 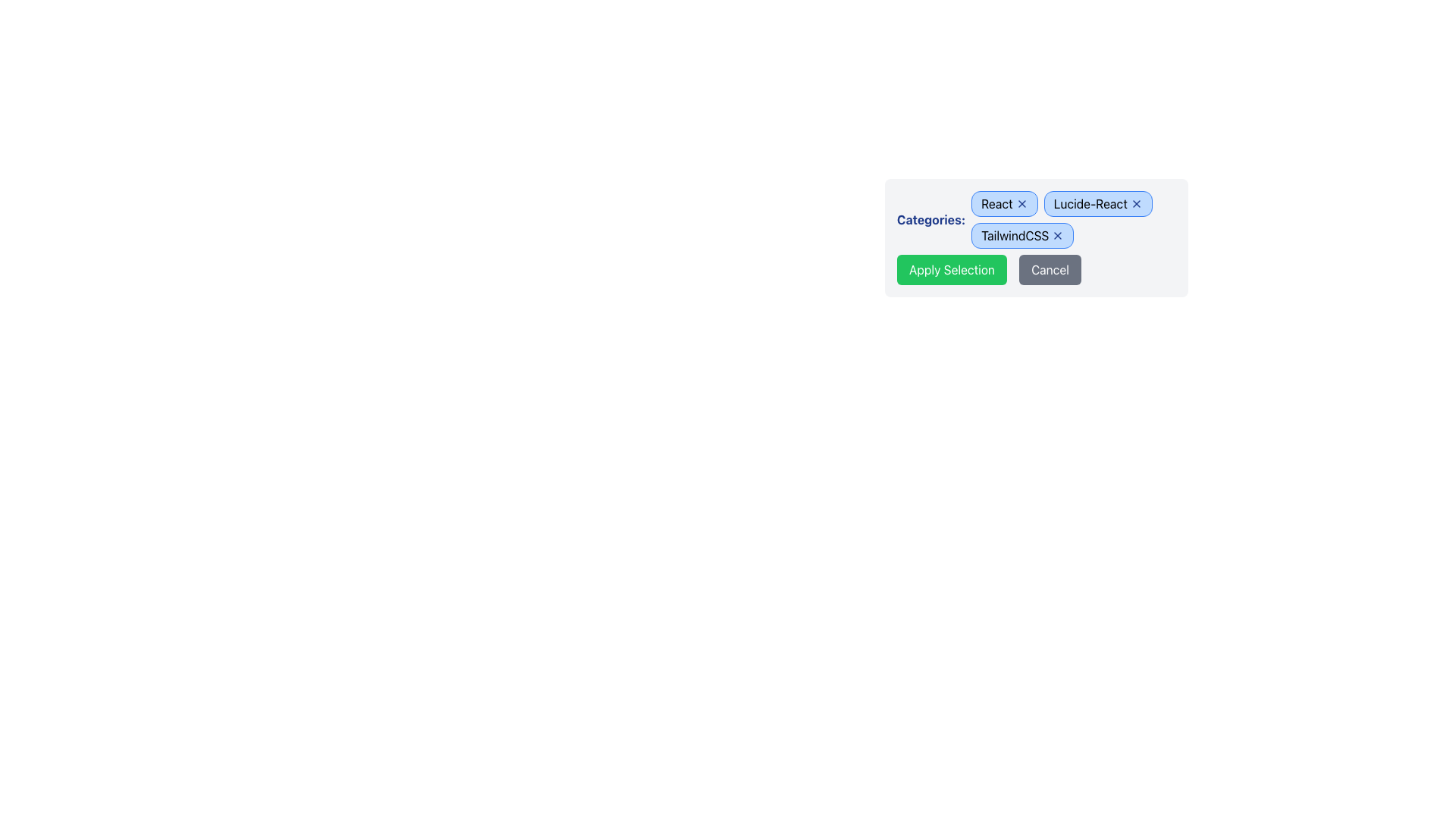 I want to click on the small blue 'X' icon button located at the right end of the pill-shaped label containing the text 'React', so click(x=1021, y=203).